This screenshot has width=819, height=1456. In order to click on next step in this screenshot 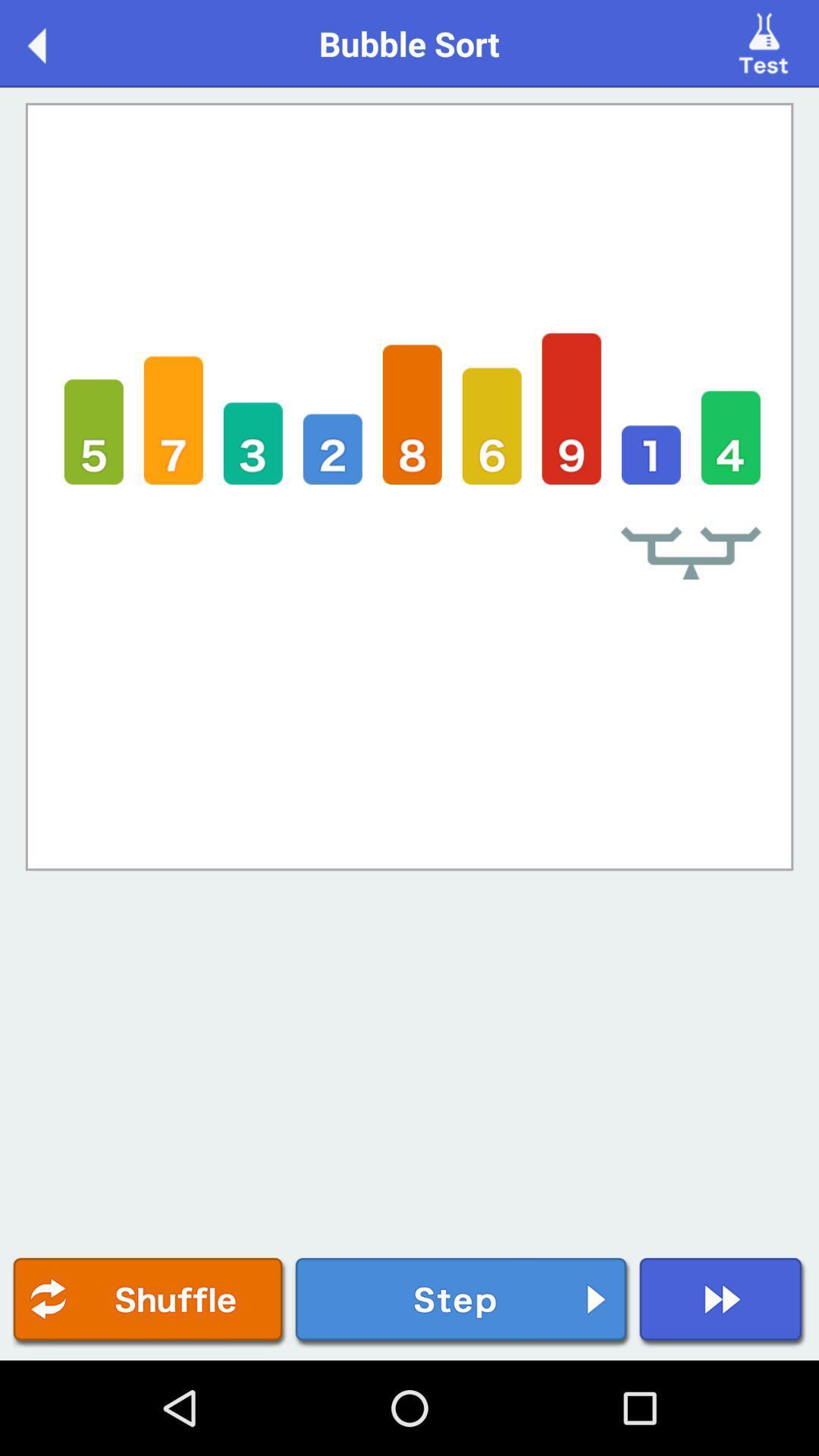, I will do `click(462, 1301)`.